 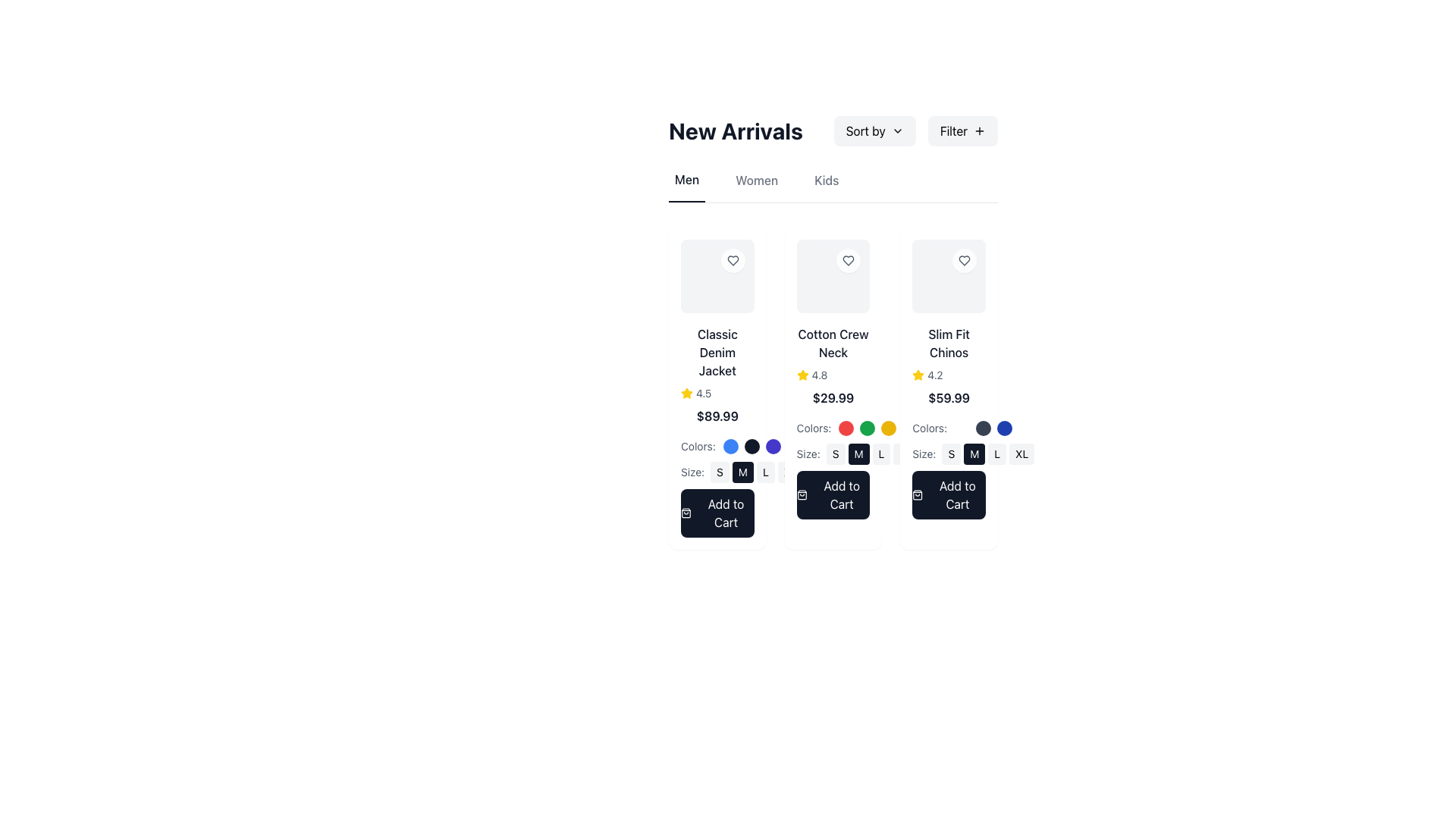 I want to click on the 'L' button, which is the third button in a group of four horizontally-aligned buttons labeled 'S', 'M', 'L', and 'XL', to observe the hover effect, so click(x=881, y=453).